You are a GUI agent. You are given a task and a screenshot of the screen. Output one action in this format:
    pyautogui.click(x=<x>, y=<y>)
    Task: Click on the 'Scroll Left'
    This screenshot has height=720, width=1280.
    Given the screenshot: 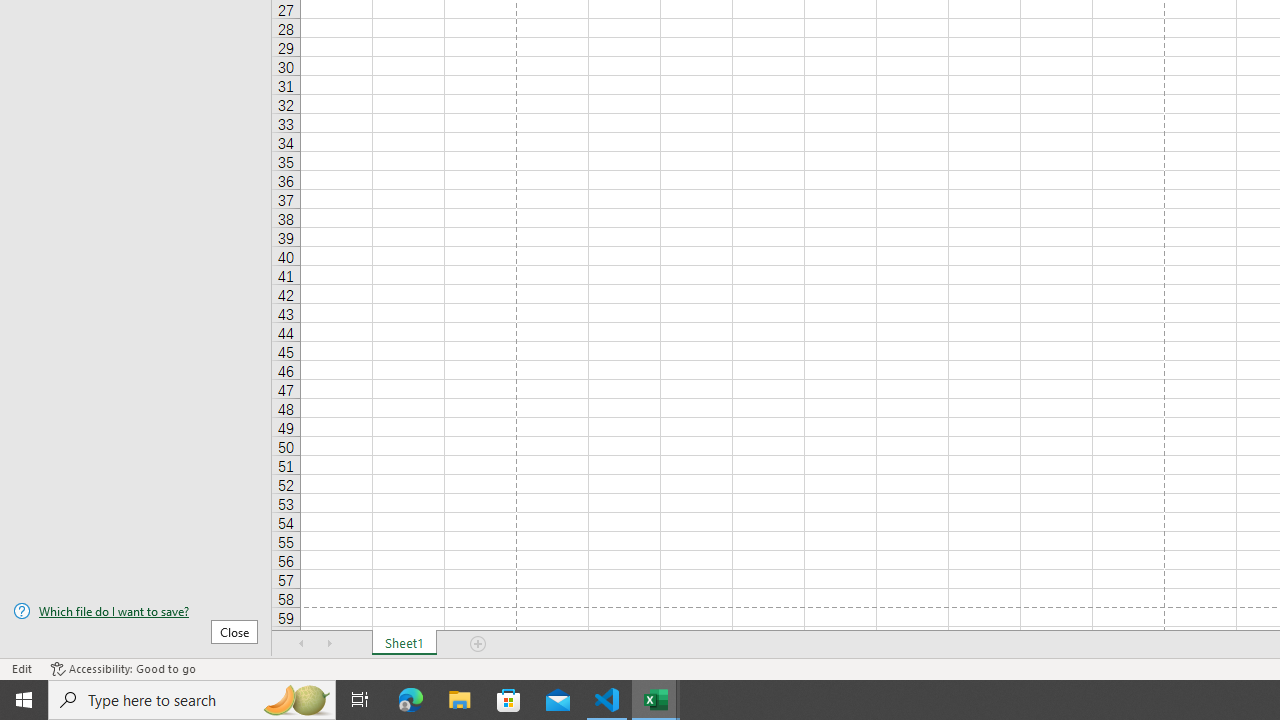 What is the action you would take?
    pyautogui.click(x=301, y=644)
    